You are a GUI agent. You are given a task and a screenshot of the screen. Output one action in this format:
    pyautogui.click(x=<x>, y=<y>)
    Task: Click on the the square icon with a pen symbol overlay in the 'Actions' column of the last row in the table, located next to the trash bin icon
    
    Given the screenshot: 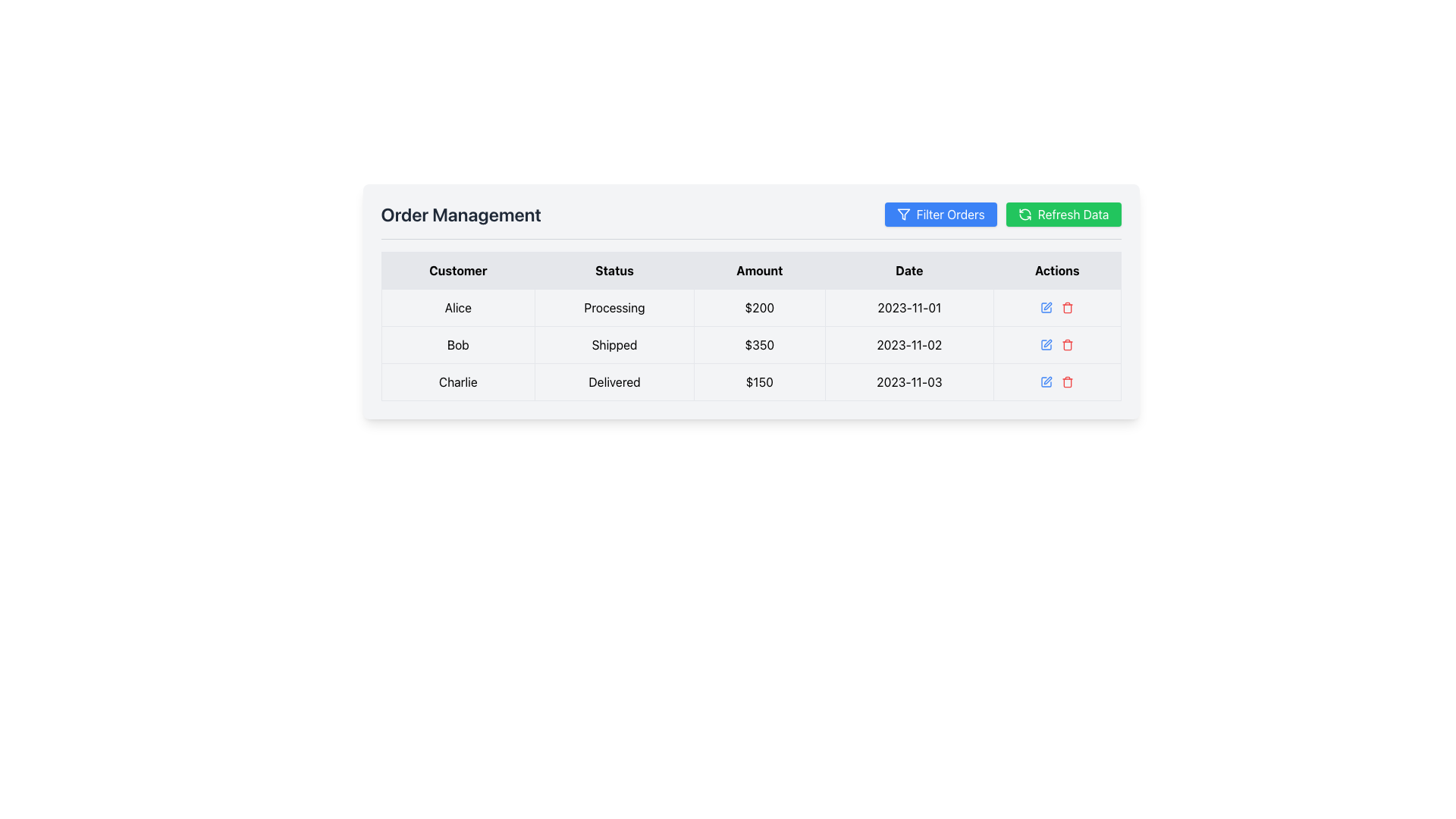 What is the action you would take?
    pyautogui.click(x=1046, y=381)
    